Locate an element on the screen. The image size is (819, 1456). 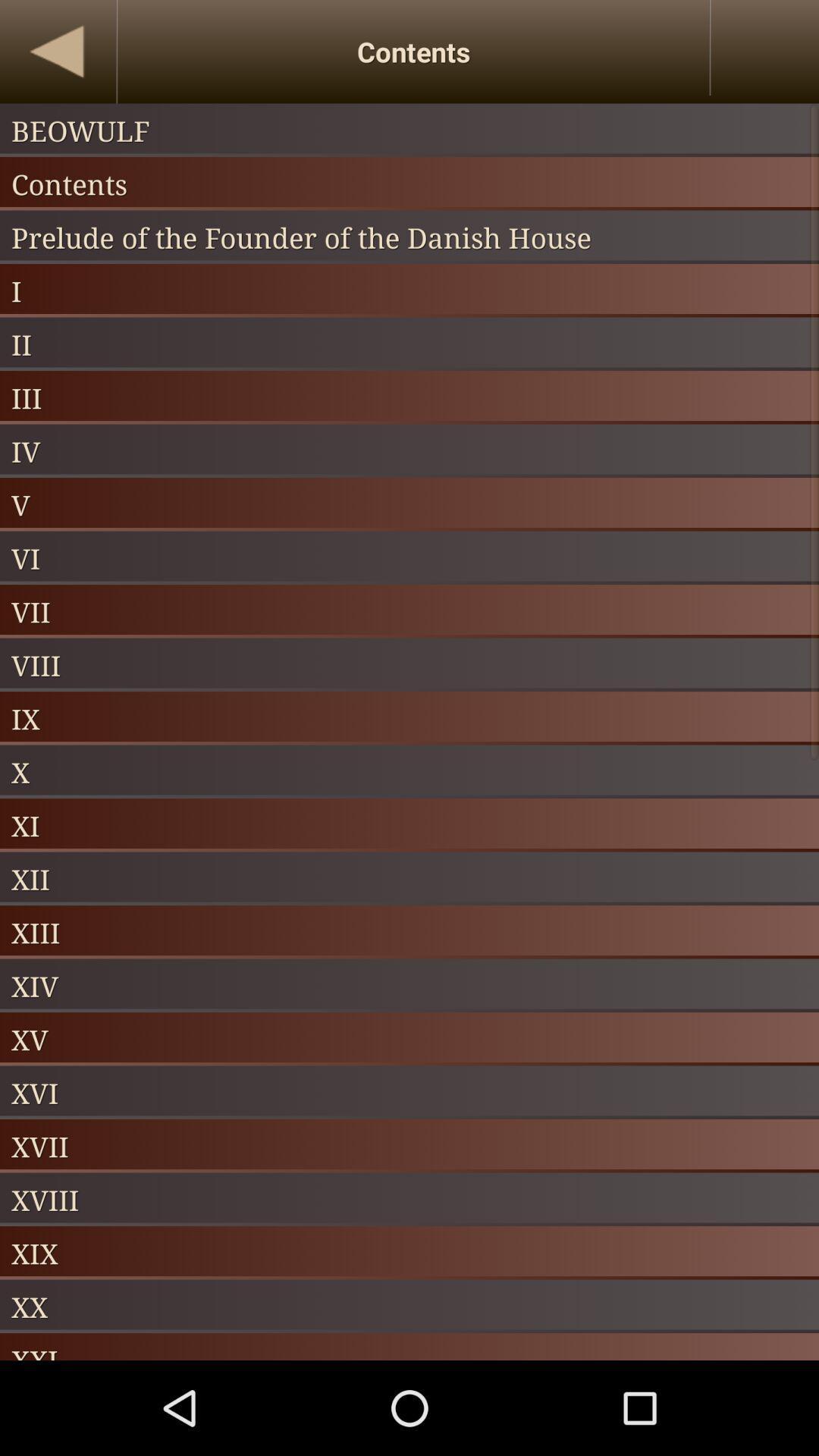
the item above the beowulf icon is located at coordinates (57, 52).